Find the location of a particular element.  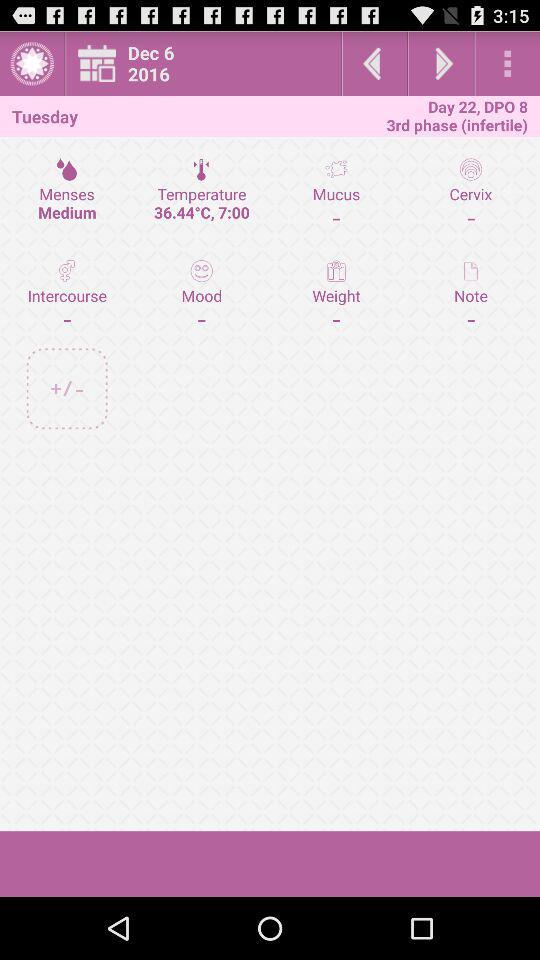

app next to the tuesday item is located at coordinates (208, 63).